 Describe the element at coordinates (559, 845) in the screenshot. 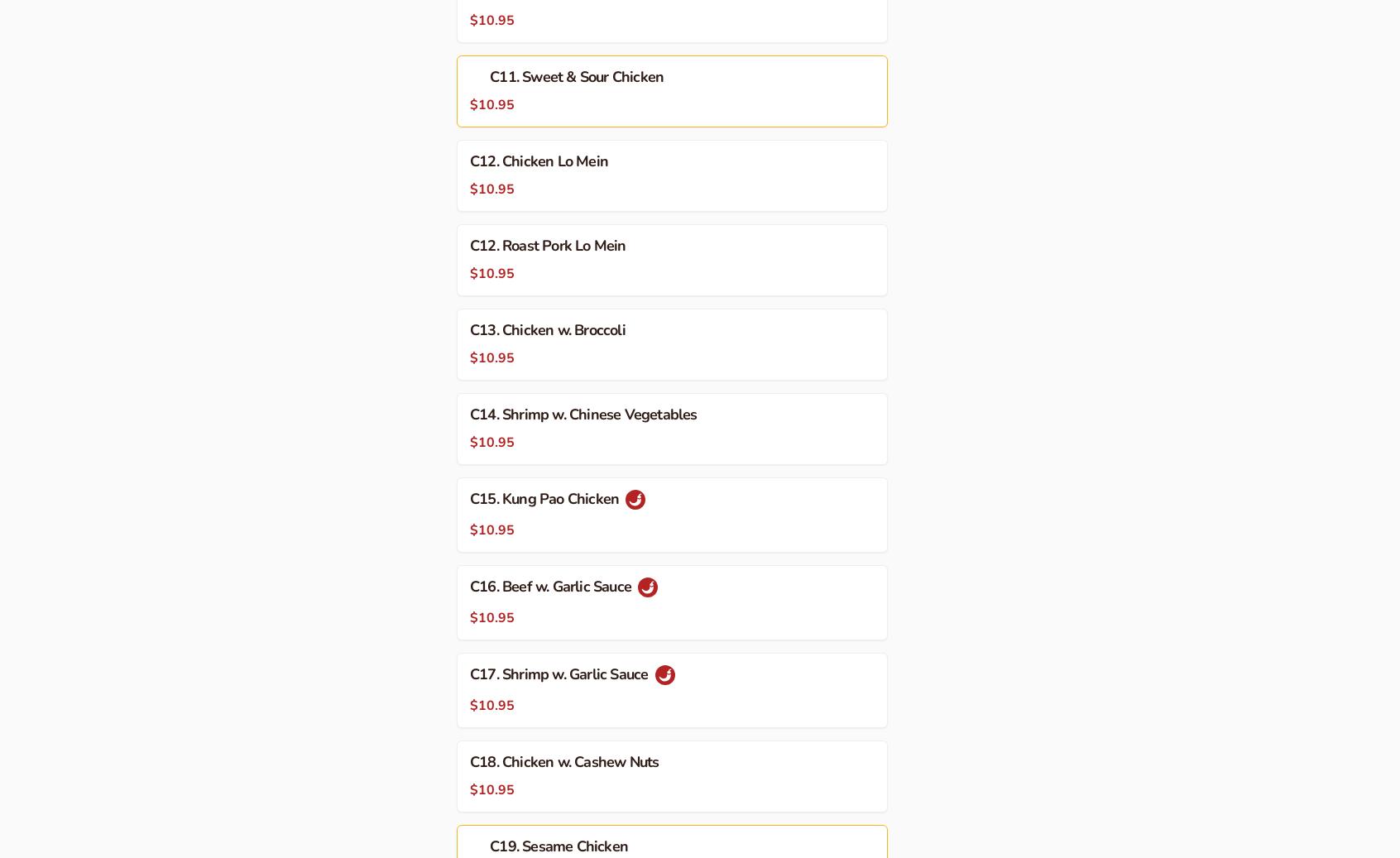

I see `'C19. Sesame Chicken'` at that location.